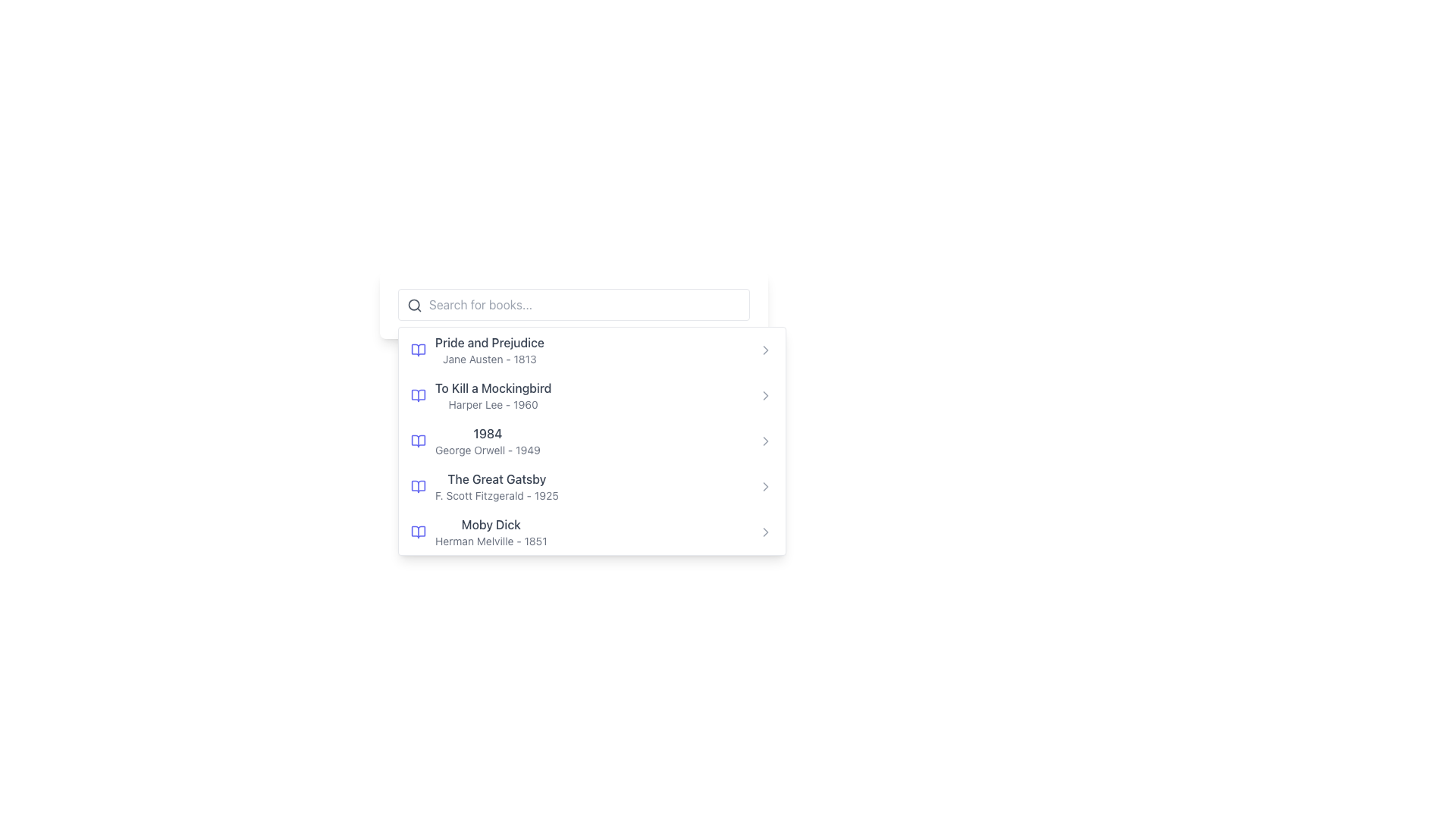 The width and height of the screenshot is (1456, 819). Describe the element at coordinates (591, 441) in the screenshot. I see `the third item in the dropdown menu that displays the book title '1984' by George Orwell by clicking on it` at that location.